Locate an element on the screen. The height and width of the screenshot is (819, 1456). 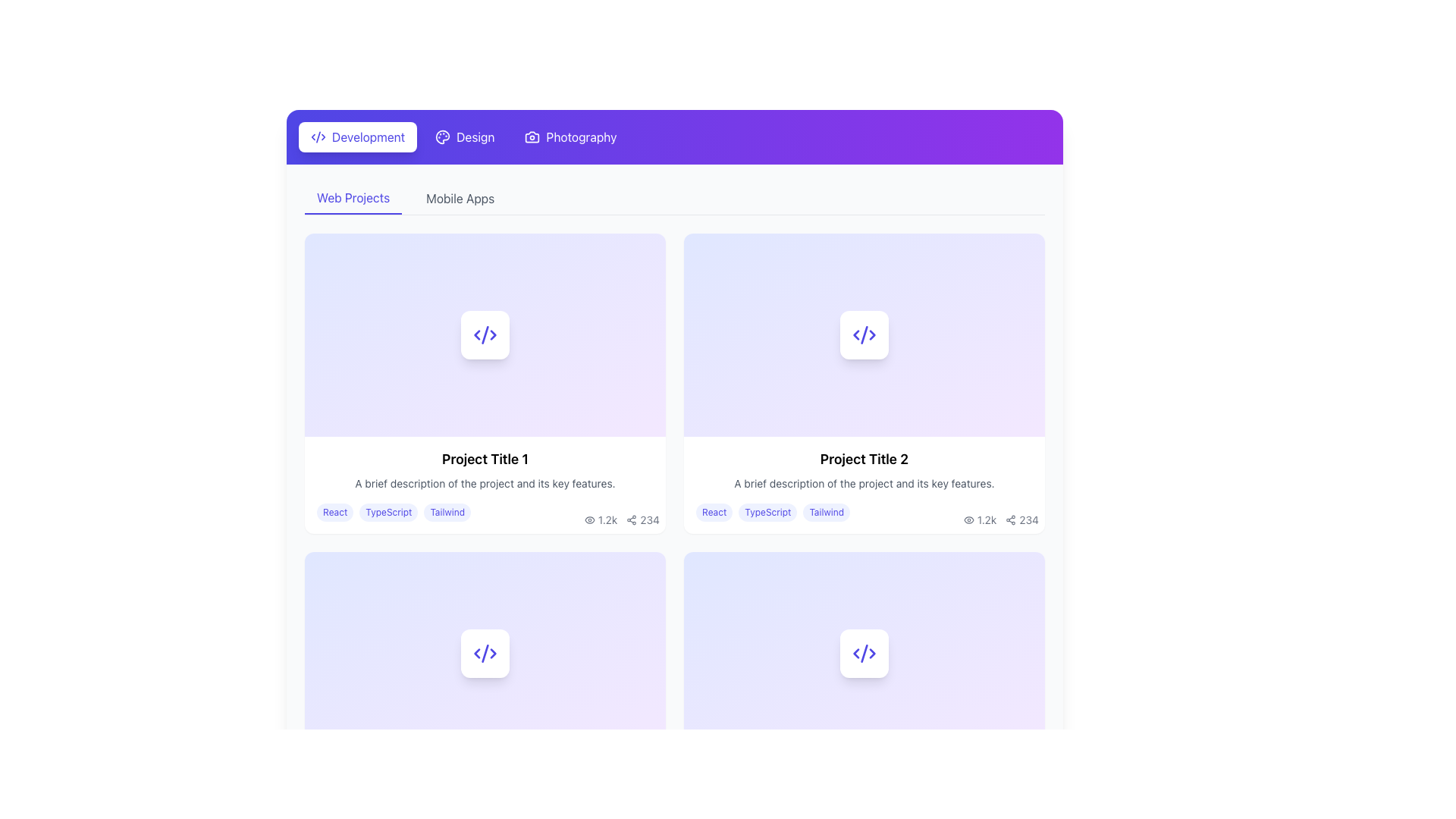
numbers displayed in the Statistics row at the bottom-right corner of the 'Project Title 1' card, which shows '1.2k' and '234' is located at coordinates (622, 519).